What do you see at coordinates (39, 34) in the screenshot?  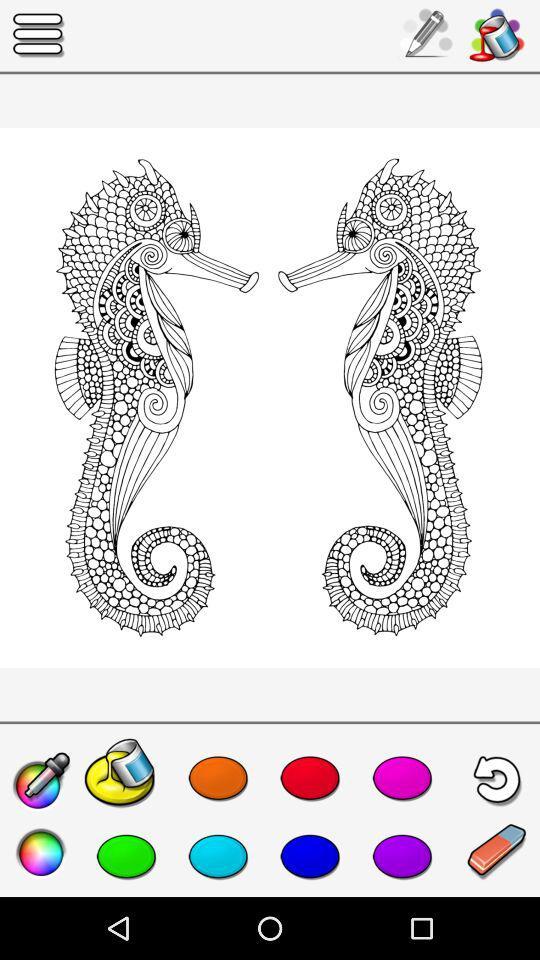 I see `the menu icon` at bounding box center [39, 34].